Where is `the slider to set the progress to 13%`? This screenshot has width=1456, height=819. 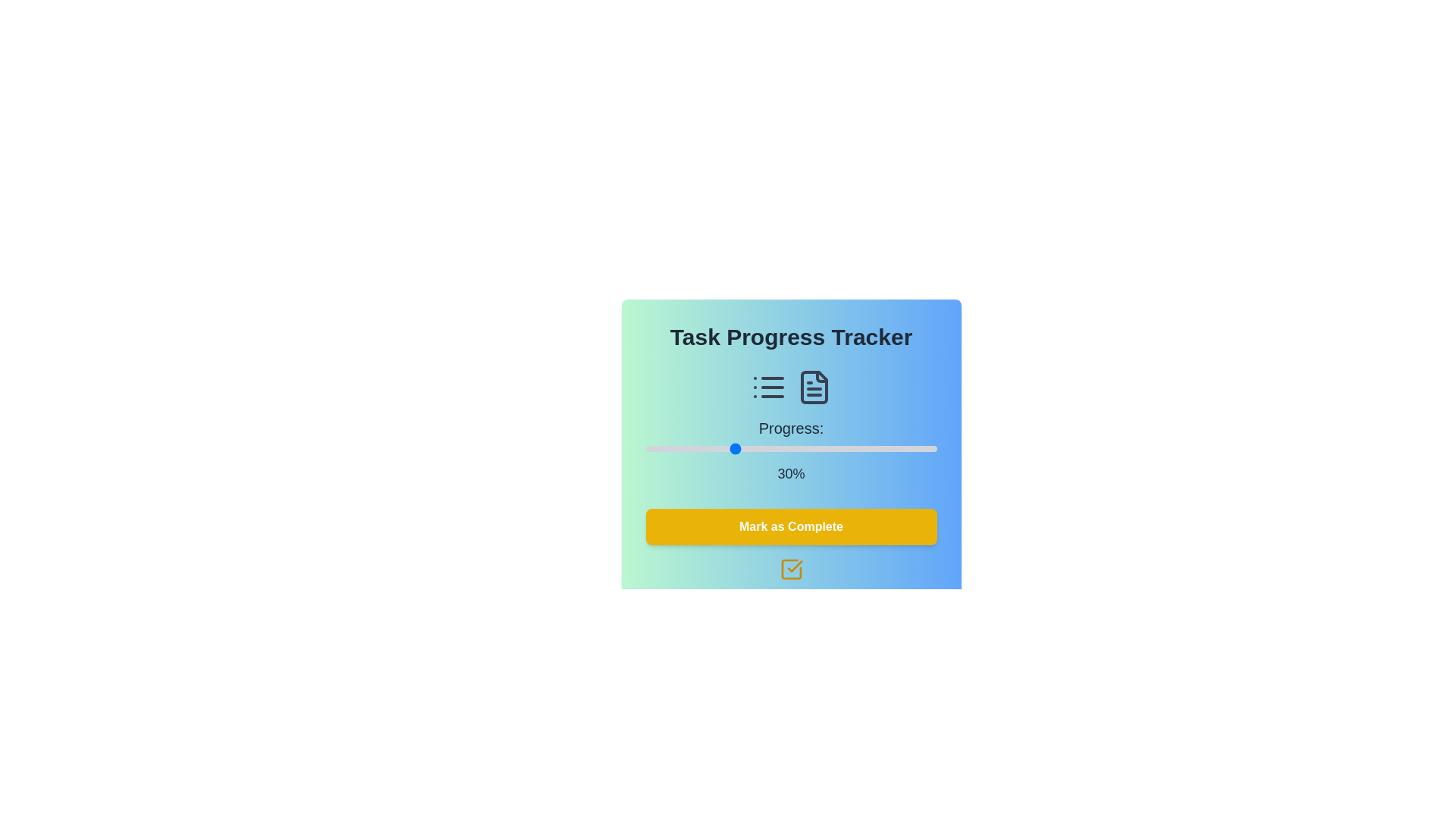
the slider to set the progress to 13% is located at coordinates (682, 447).